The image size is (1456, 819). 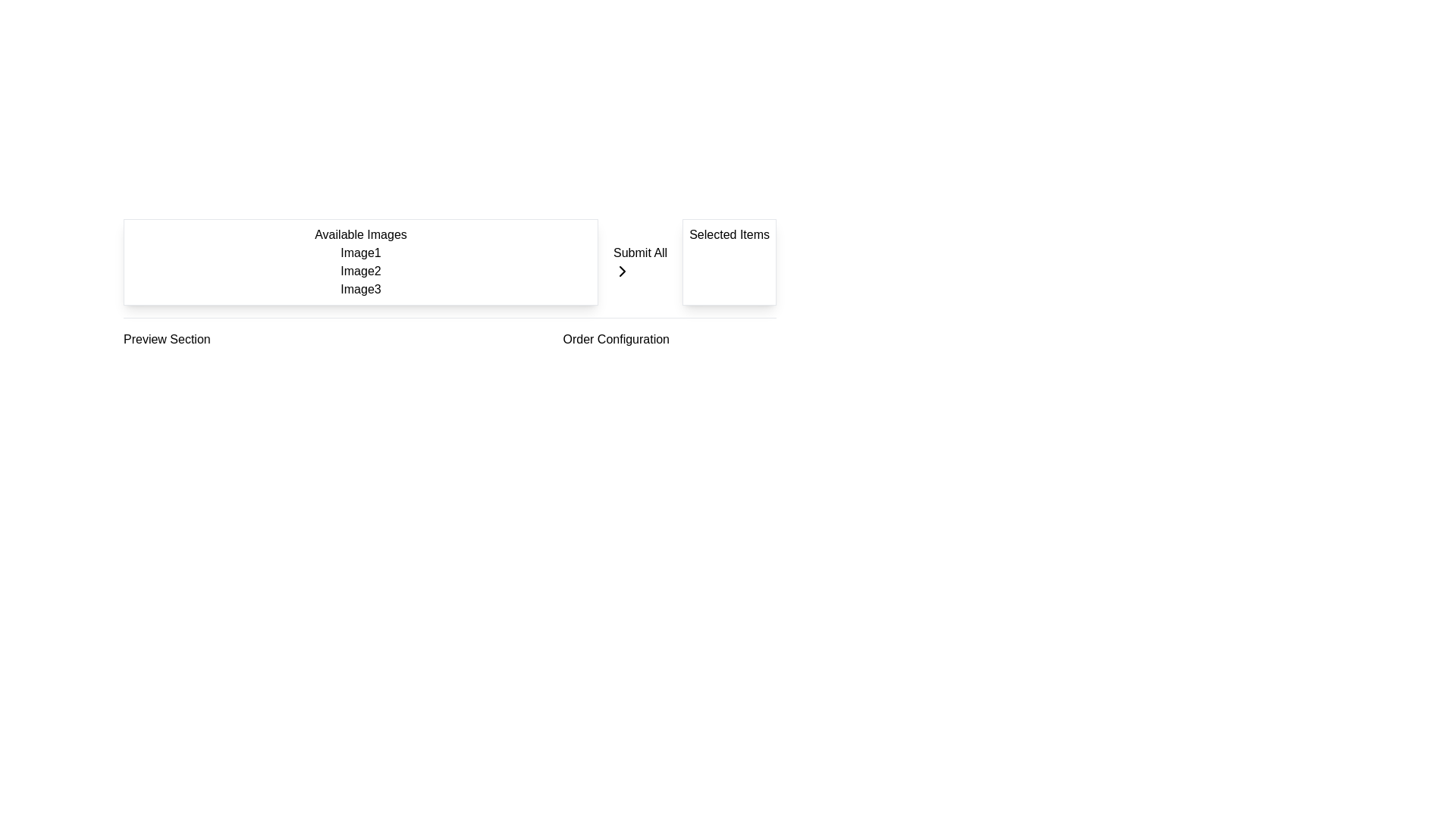 What do you see at coordinates (359, 271) in the screenshot?
I see `the image Image2 in the 'Available Images' list` at bounding box center [359, 271].